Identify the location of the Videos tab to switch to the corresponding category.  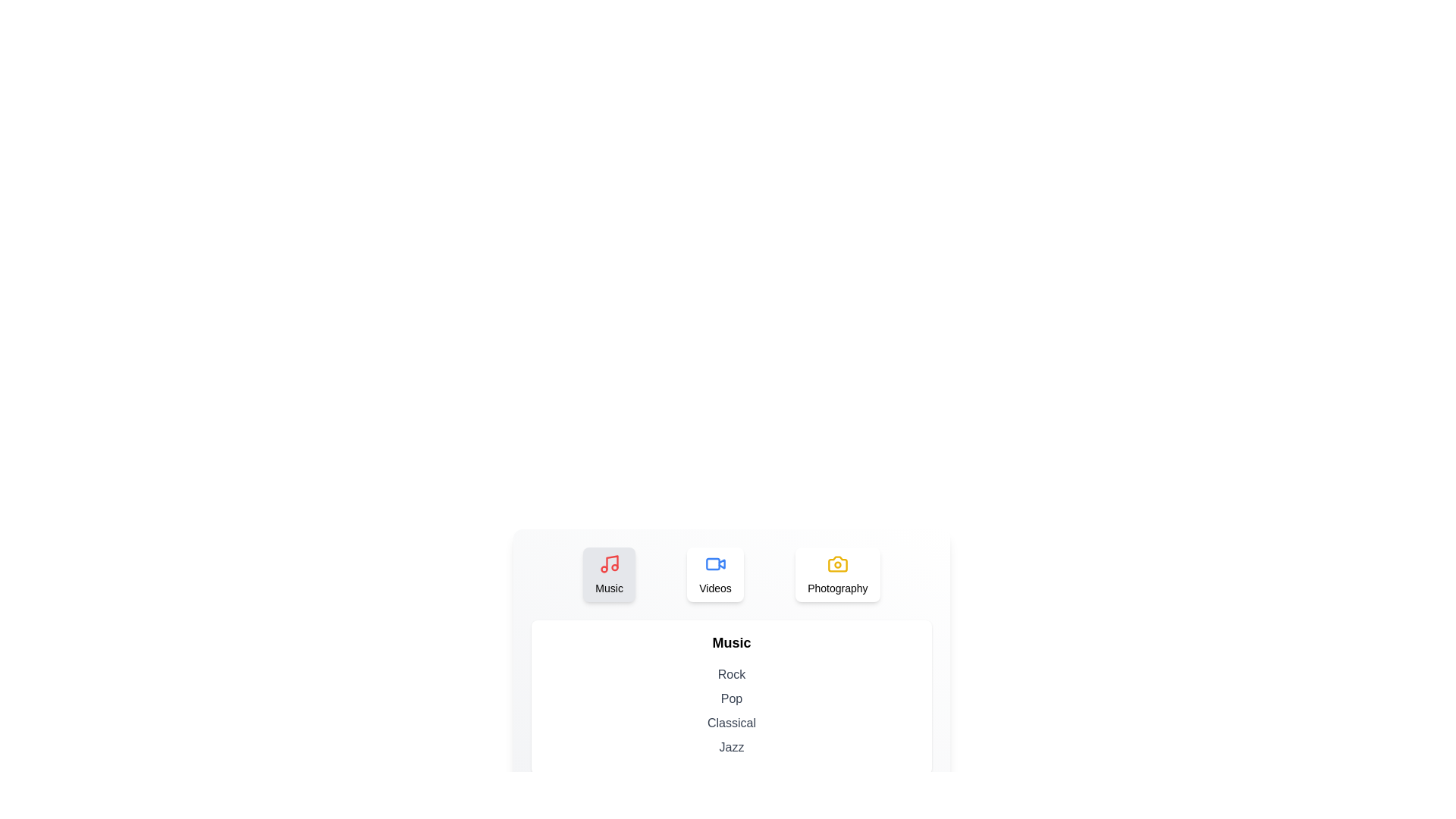
(714, 575).